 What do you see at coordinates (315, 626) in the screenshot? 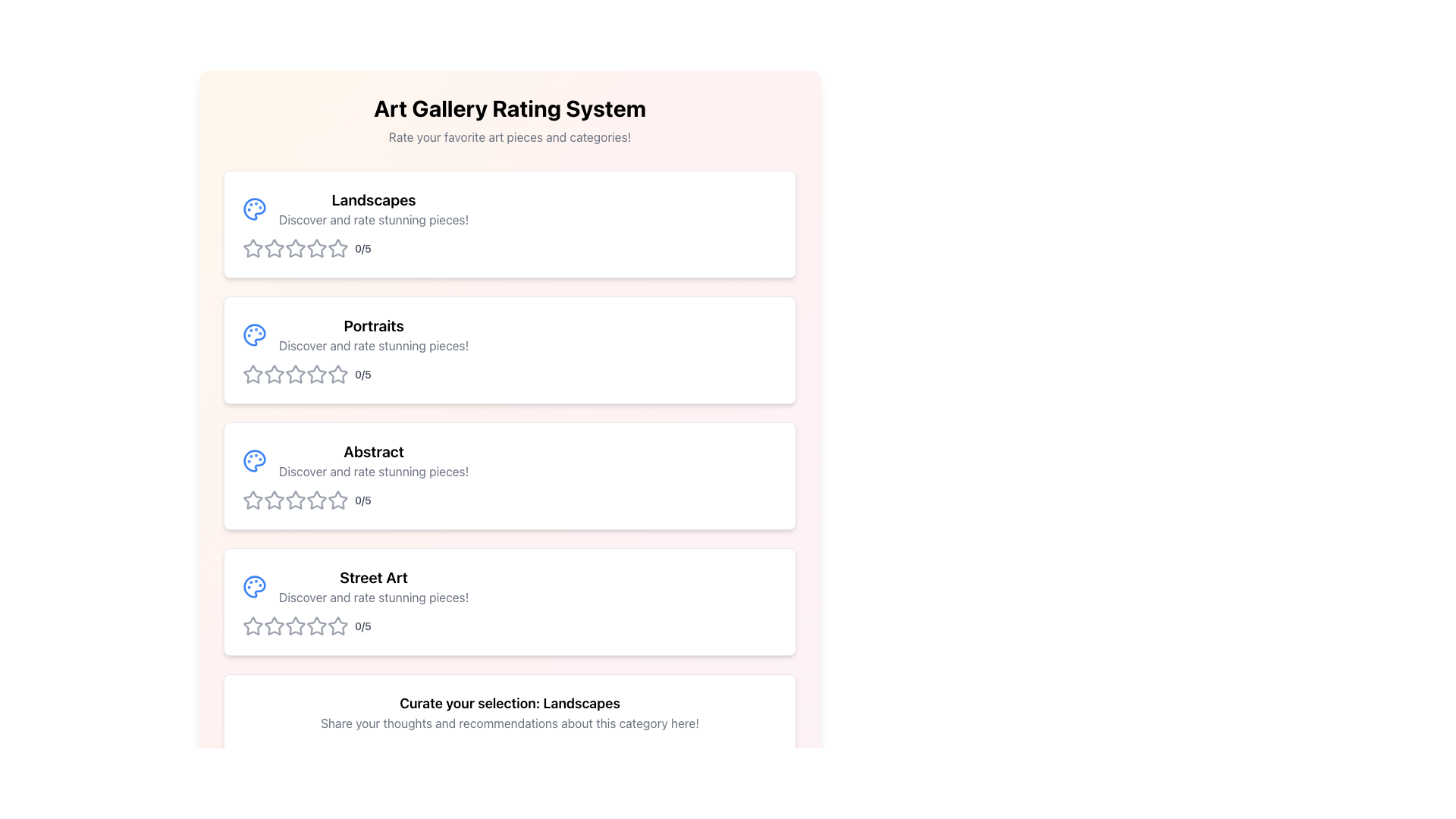
I see `the fifth star icon in the fourth rating group under the 'Street Art' section` at bounding box center [315, 626].